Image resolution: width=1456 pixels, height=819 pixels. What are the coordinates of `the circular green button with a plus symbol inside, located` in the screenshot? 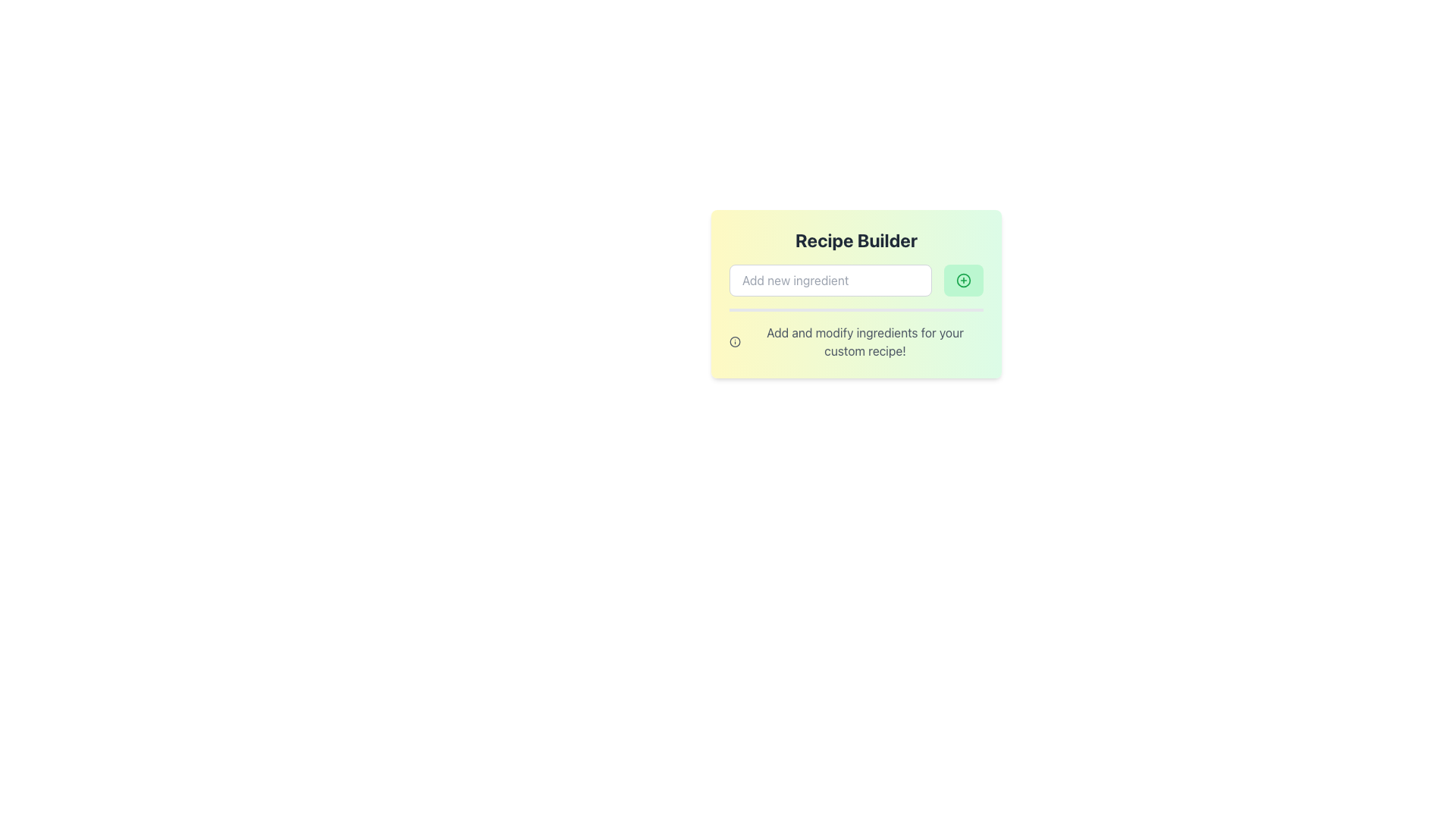 It's located at (963, 281).